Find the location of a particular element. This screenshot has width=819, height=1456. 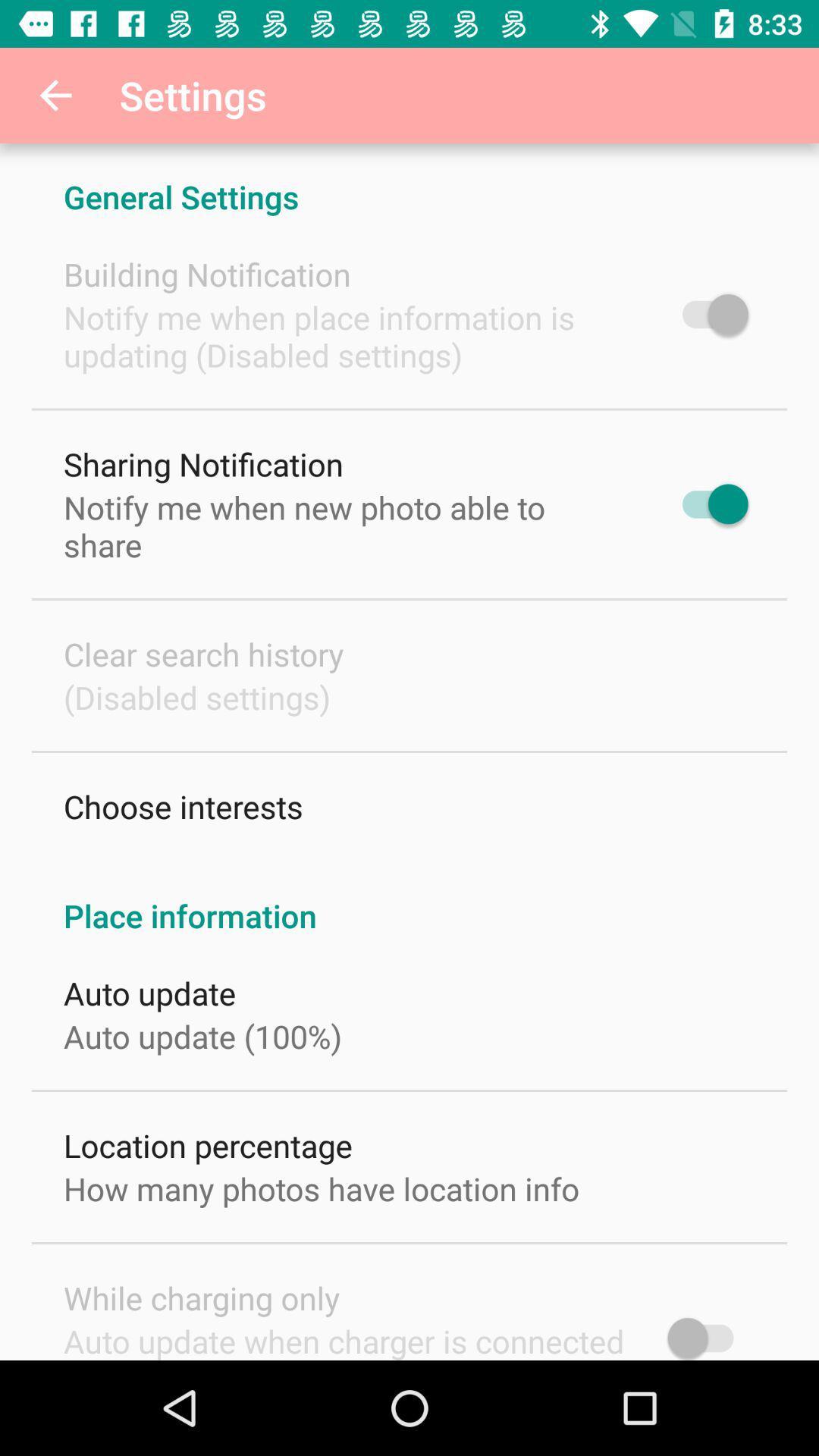

general settings item is located at coordinates (409, 180).